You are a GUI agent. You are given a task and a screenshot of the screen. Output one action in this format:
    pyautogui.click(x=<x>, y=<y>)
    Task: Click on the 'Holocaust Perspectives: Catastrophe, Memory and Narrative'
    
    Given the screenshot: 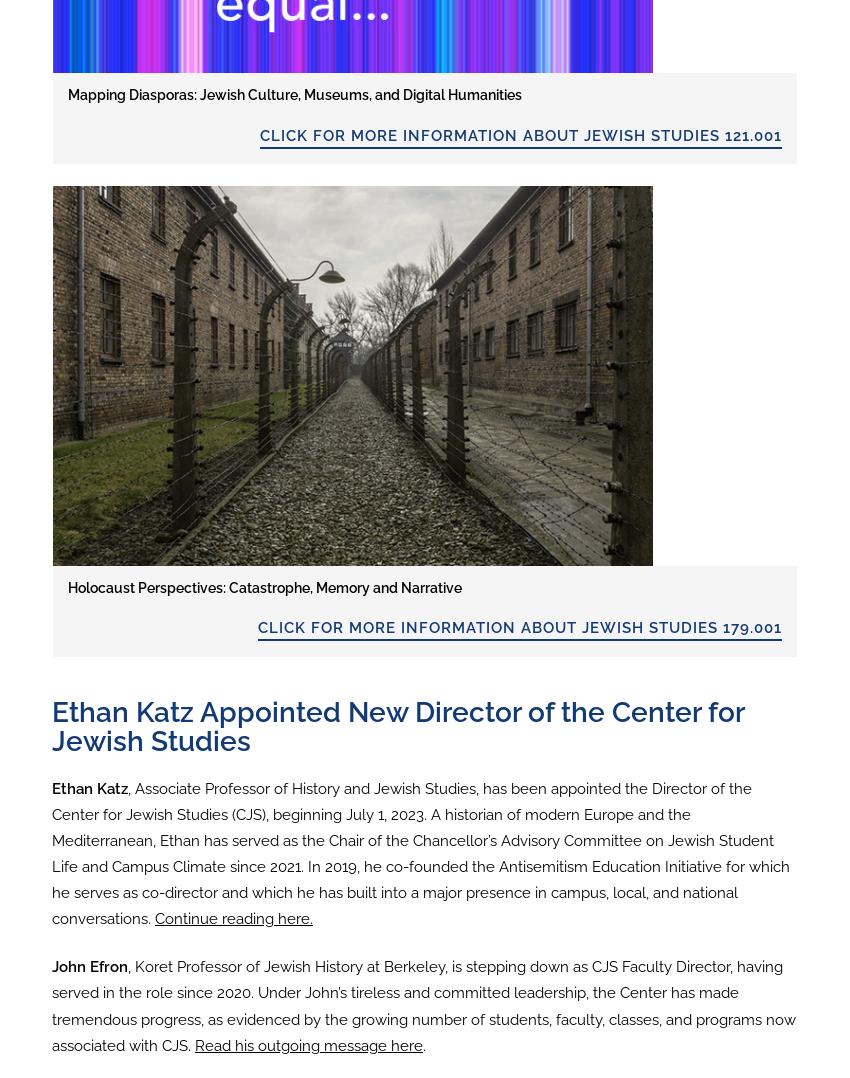 What is the action you would take?
    pyautogui.click(x=264, y=586)
    